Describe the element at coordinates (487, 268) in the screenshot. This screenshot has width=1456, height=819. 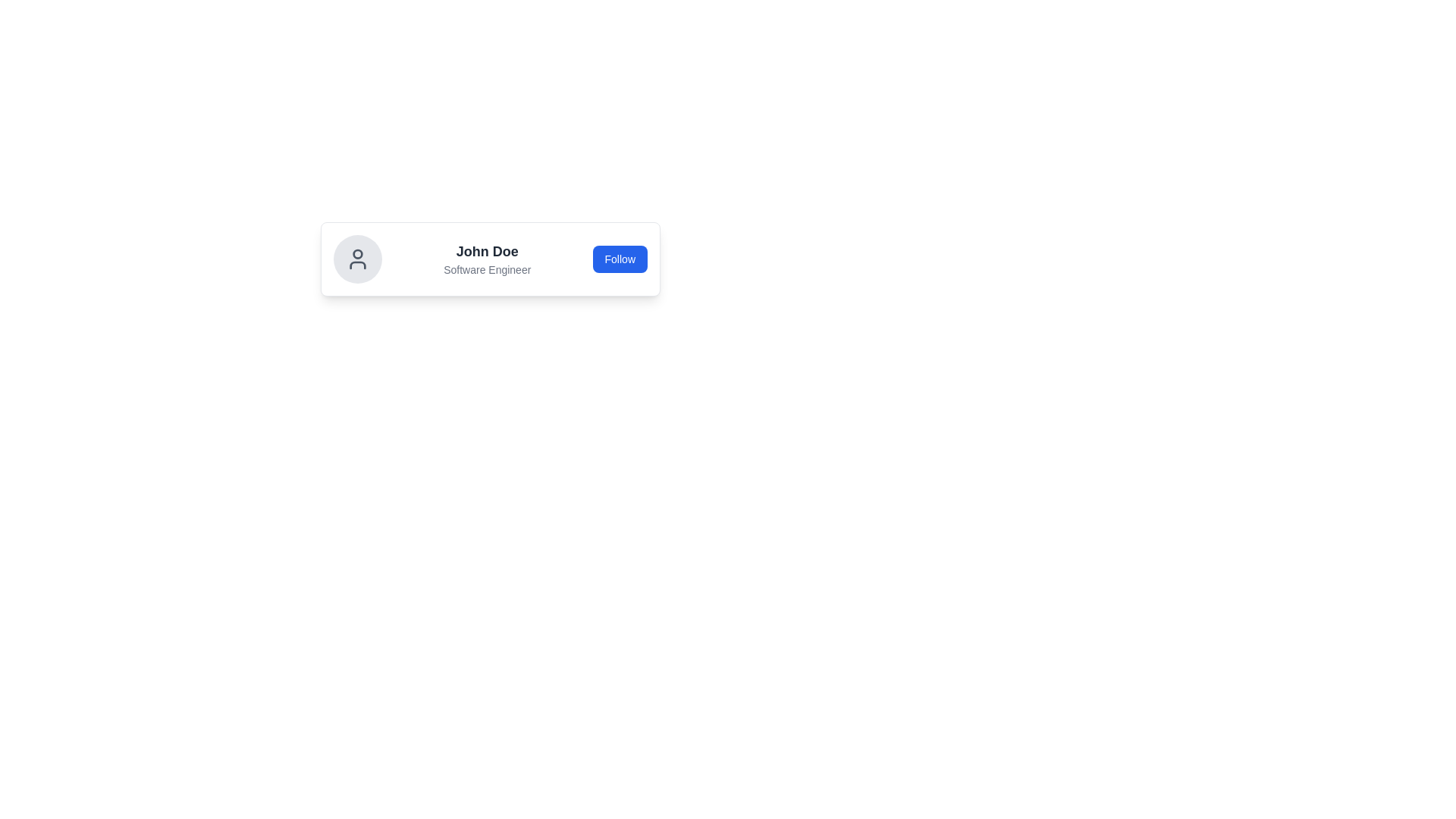
I see `text information from the text label displaying 'Software Engineer', which is positioned directly below the title 'John Doe' in a smaller, light-gray font` at that location.